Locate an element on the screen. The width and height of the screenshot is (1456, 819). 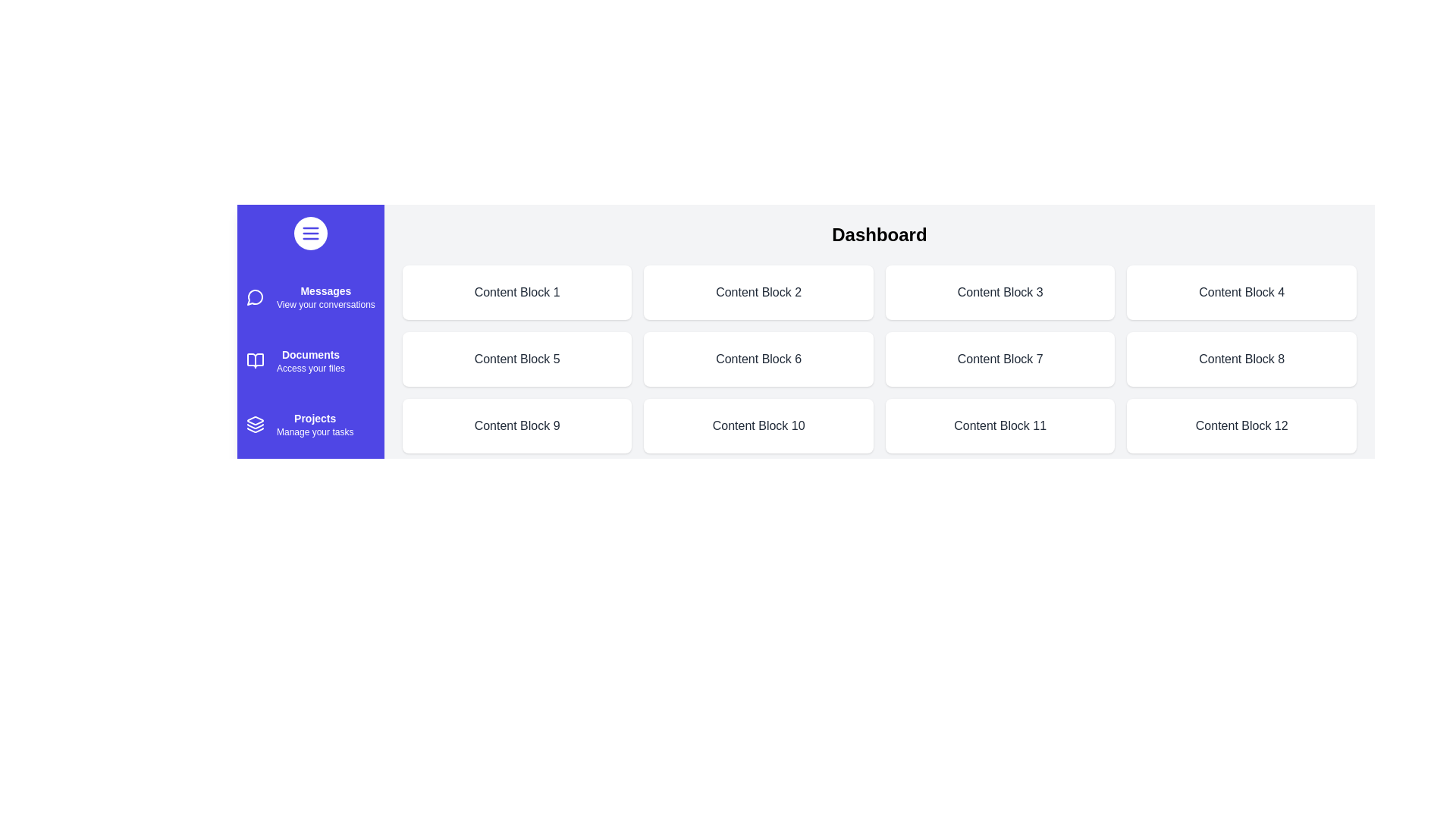
the toggle button to toggle the drawer open and closed is located at coordinates (309, 234).